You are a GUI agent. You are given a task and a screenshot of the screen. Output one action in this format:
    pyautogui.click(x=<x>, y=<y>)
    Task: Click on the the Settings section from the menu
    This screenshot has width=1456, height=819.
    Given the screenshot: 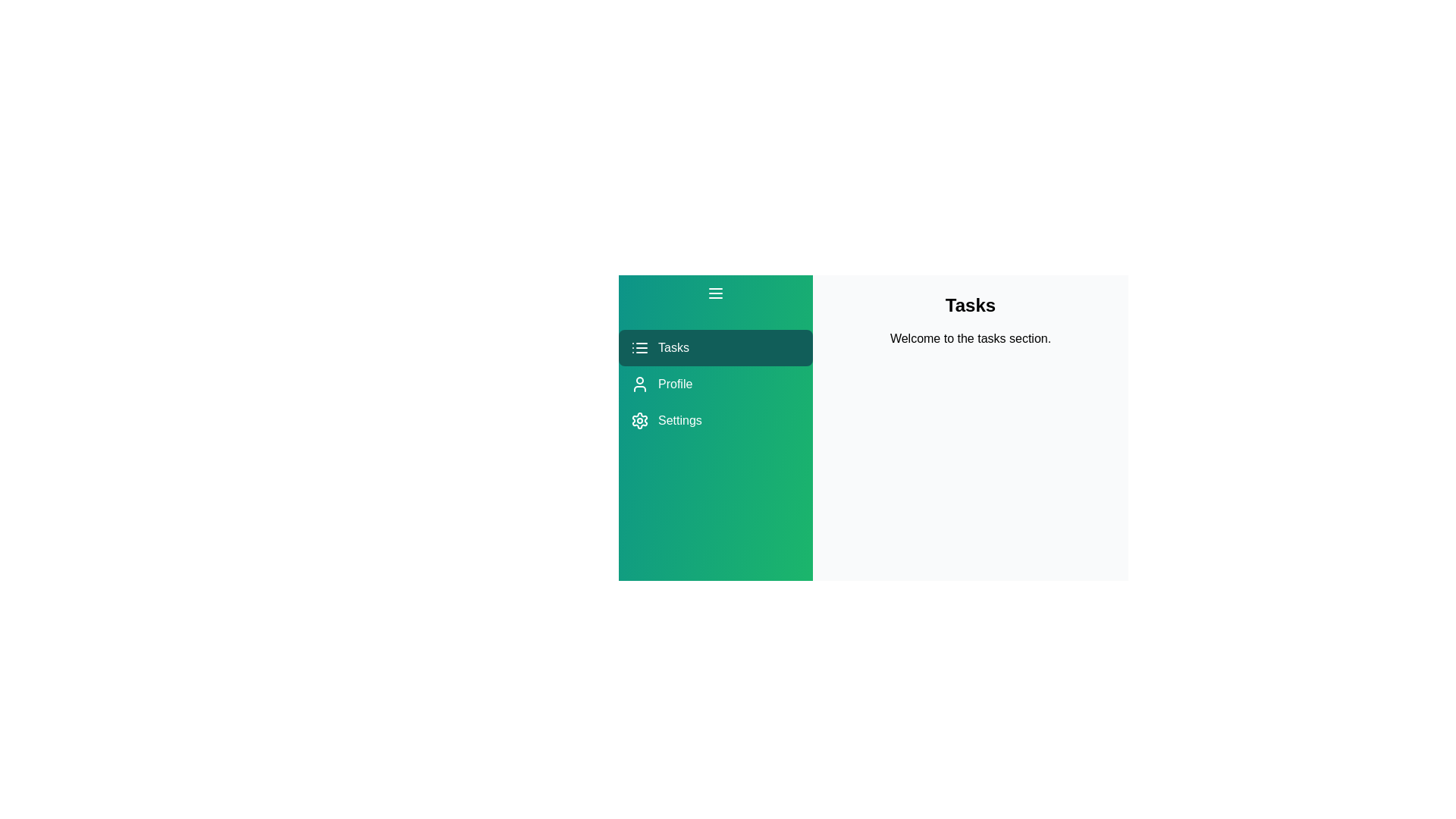 What is the action you would take?
    pyautogui.click(x=715, y=421)
    